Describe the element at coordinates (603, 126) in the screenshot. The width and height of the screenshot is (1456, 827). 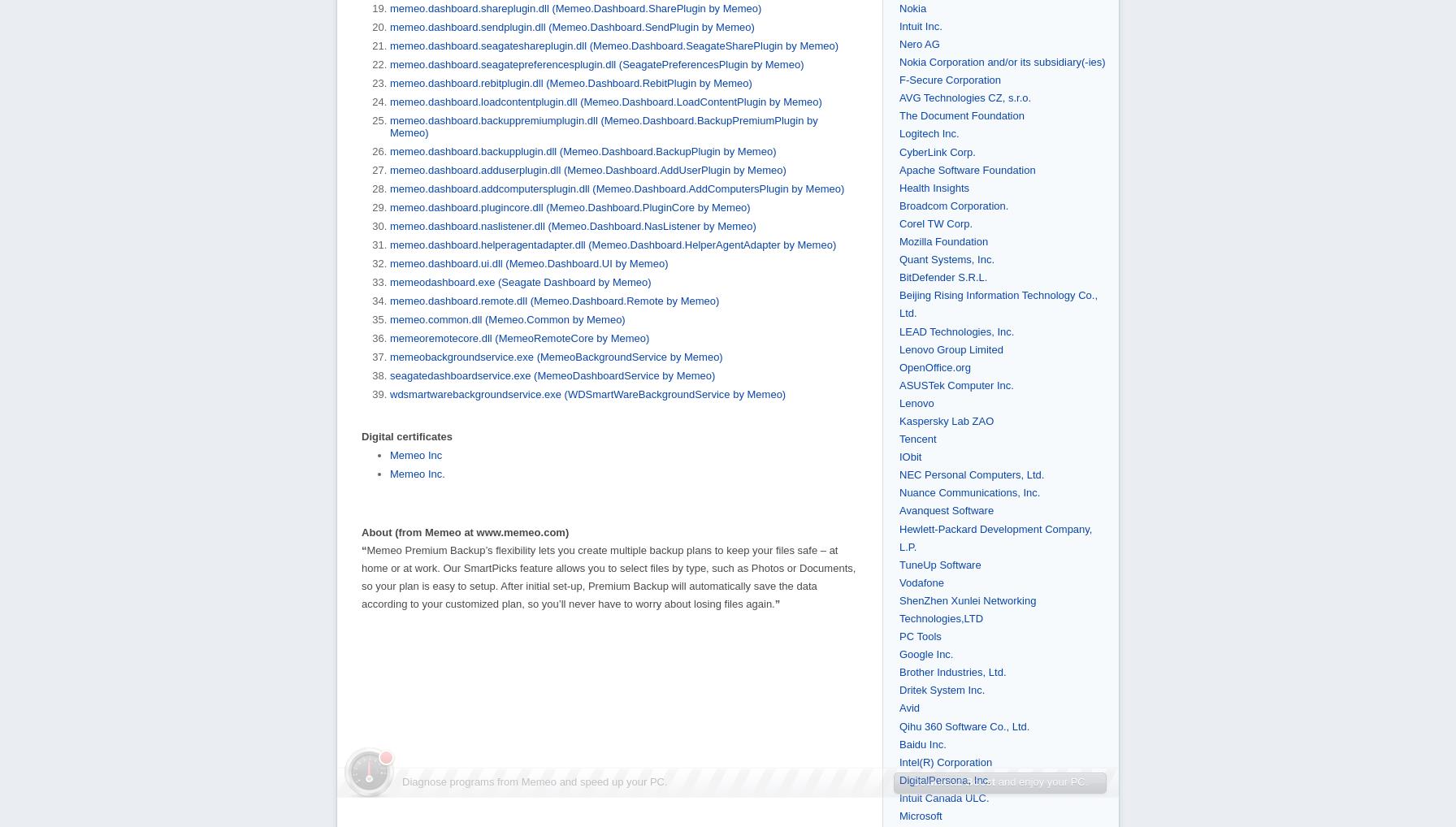
I see `'memeo.dashboard.backuppremiumplugin.dll (Memeo.Dashboard.BackupPremiumPlugin by Memeo)'` at that location.